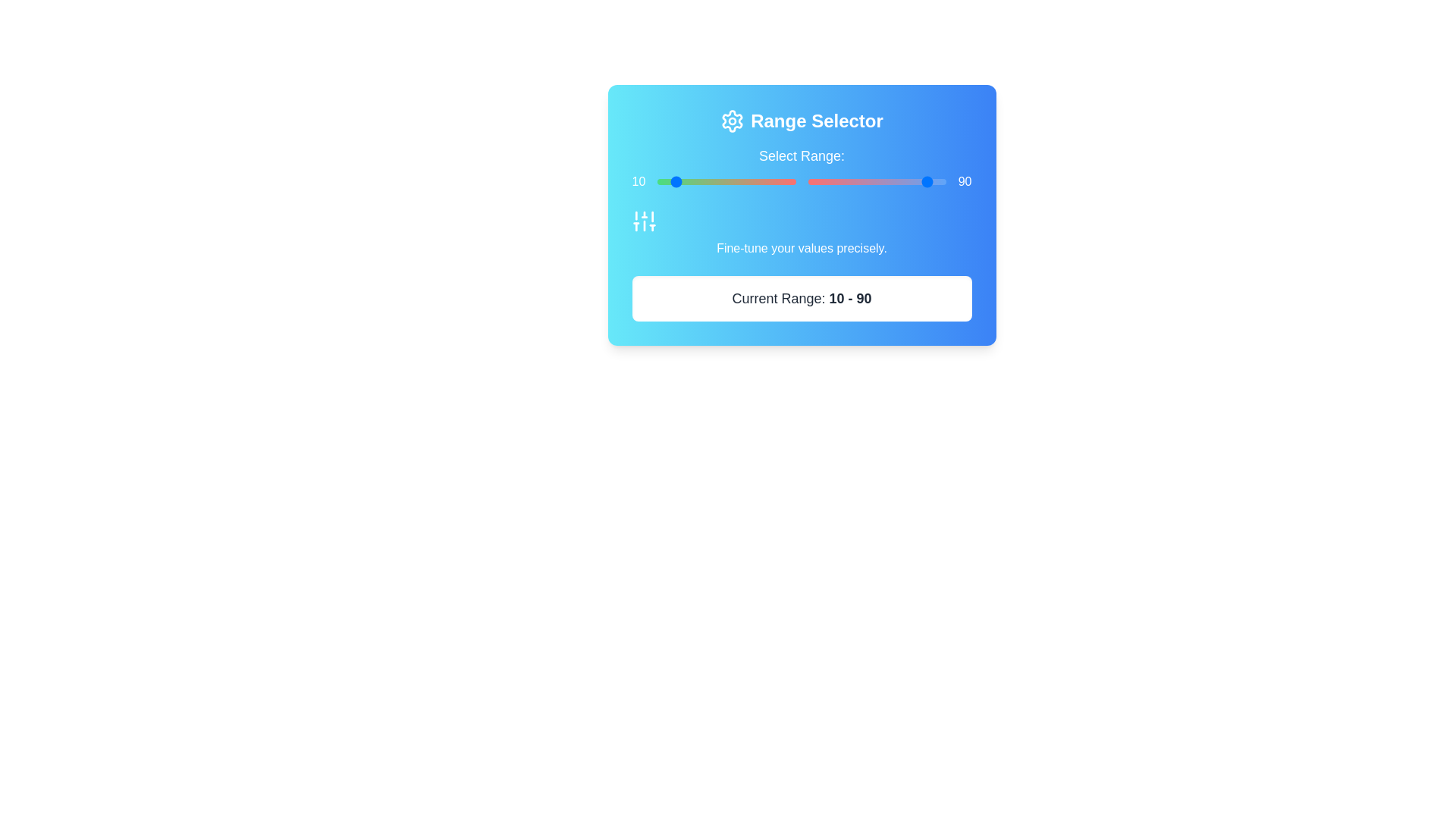 This screenshot has height=819, width=1456. Describe the element at coordinates (892, 180) in the screenshot. I see `the right range slider to set its value to 61` at that location.